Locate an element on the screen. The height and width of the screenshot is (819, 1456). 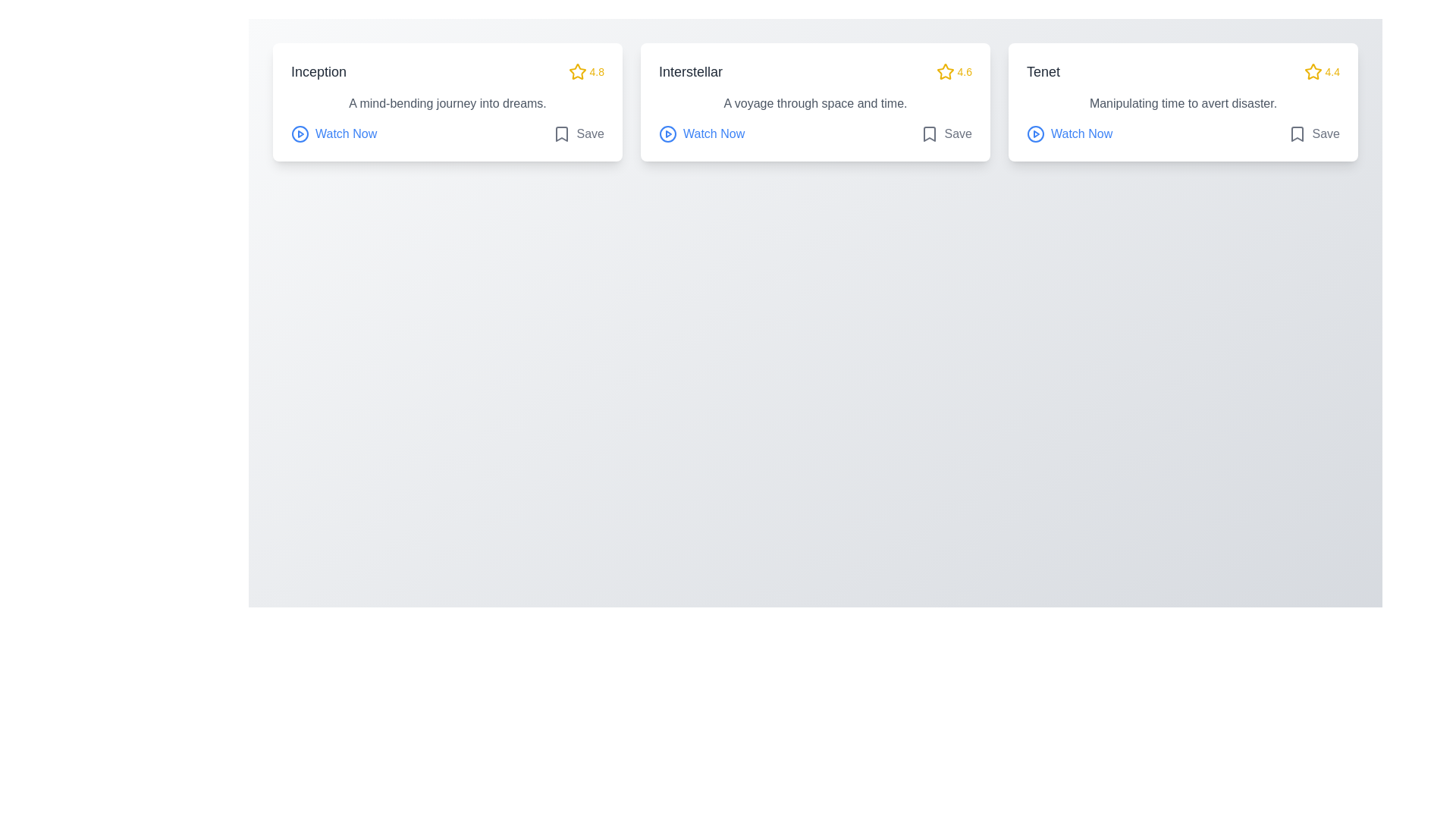
the yellow star icon with the text '4.8' in the top-right corner of the 'Inception' card is located at coordinates (585, 72).